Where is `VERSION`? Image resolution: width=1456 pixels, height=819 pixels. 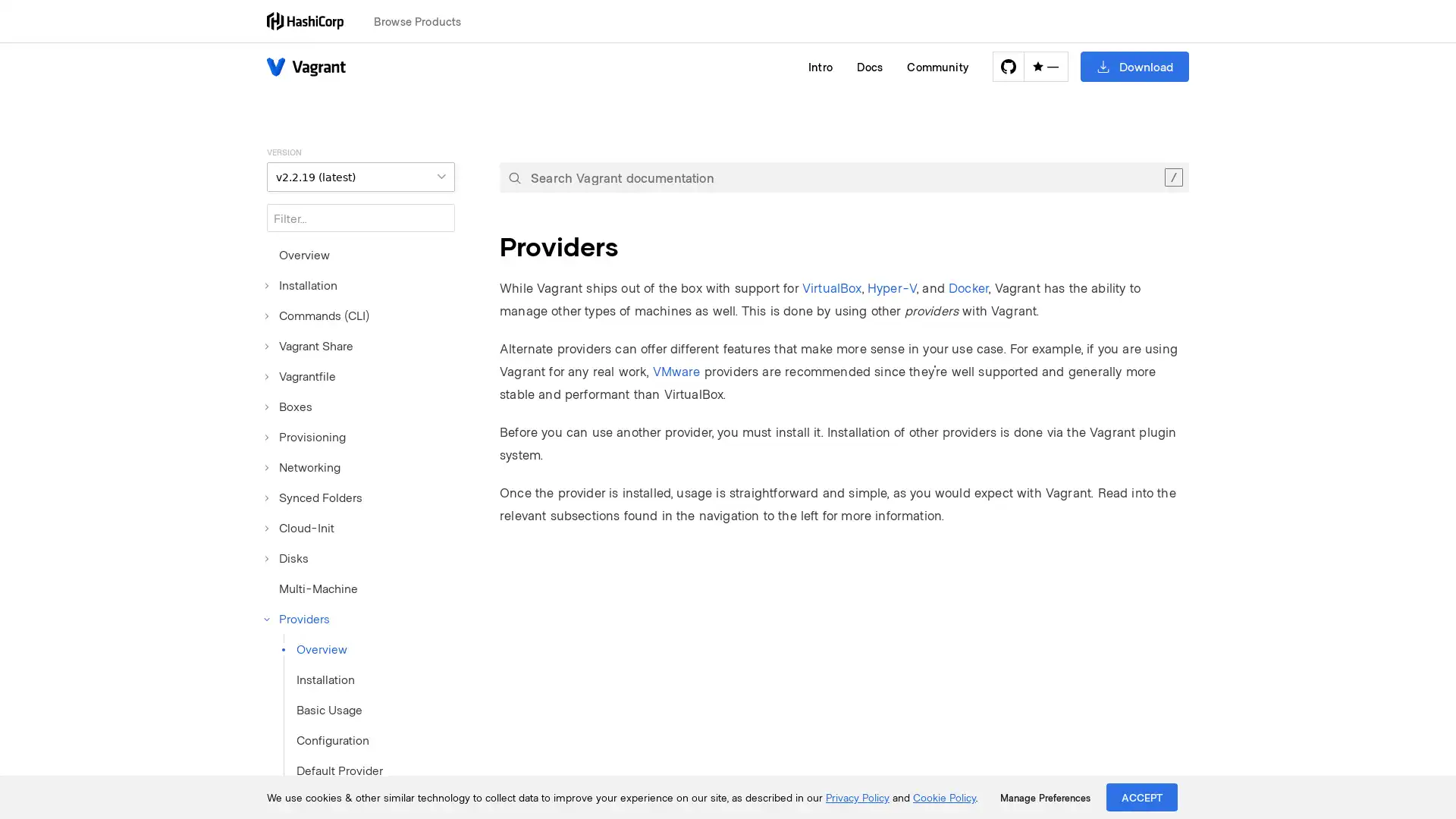 VERSION is located at coordinates (359, 176).